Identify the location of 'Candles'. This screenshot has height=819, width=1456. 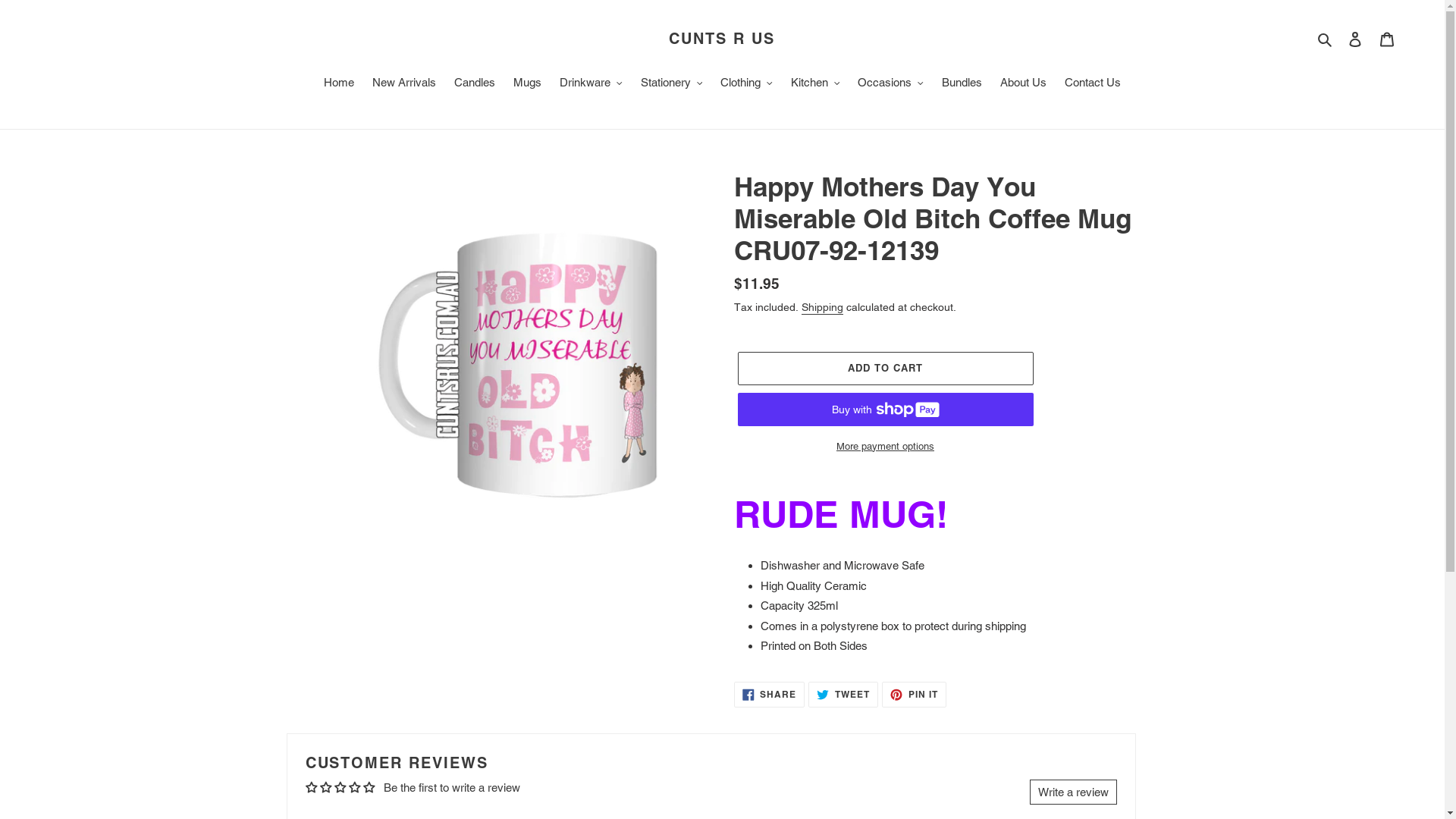
(473, 84).